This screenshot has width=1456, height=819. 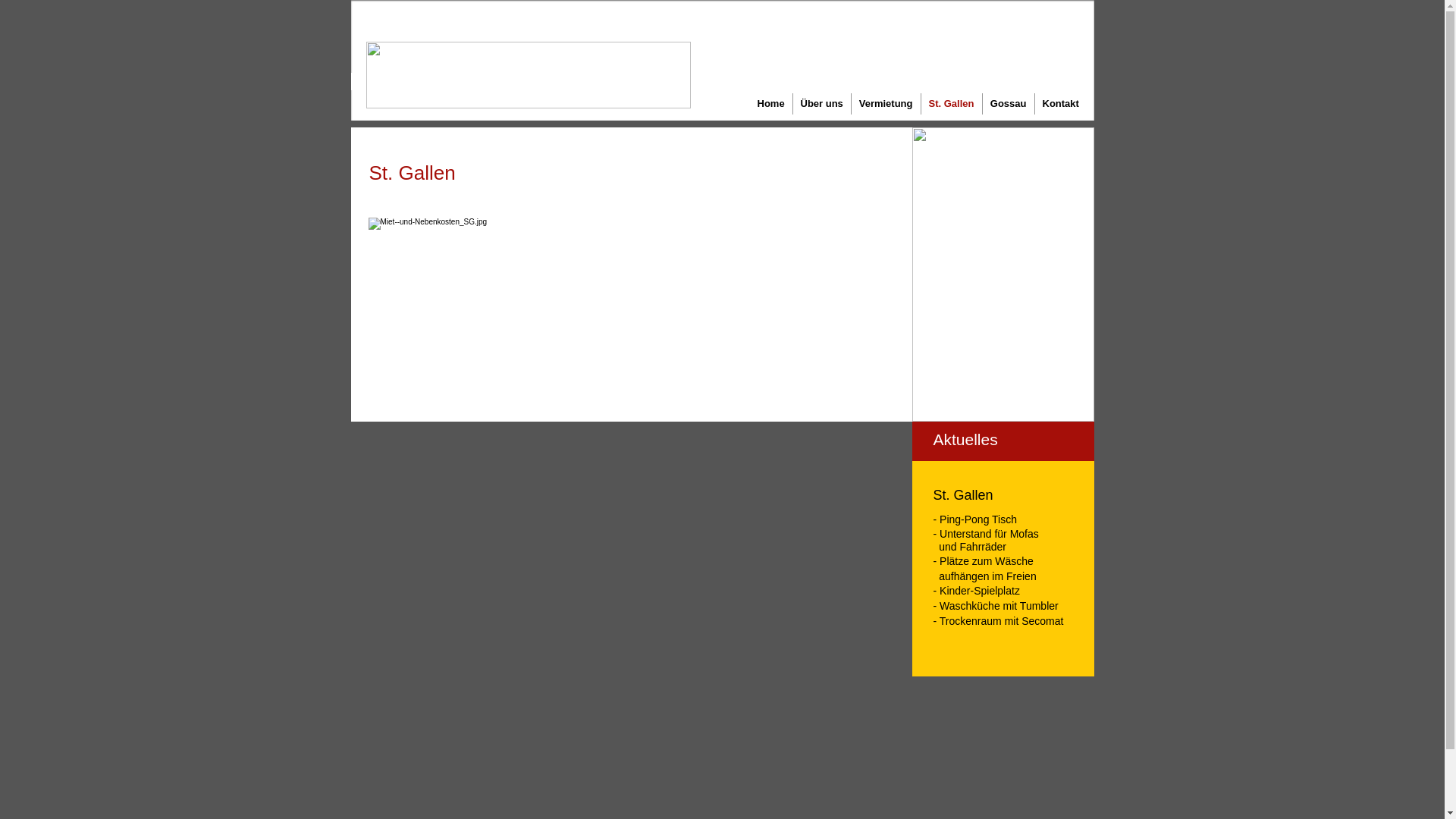 I want to click on 'Kontakt', so click(x=1033, y=103).